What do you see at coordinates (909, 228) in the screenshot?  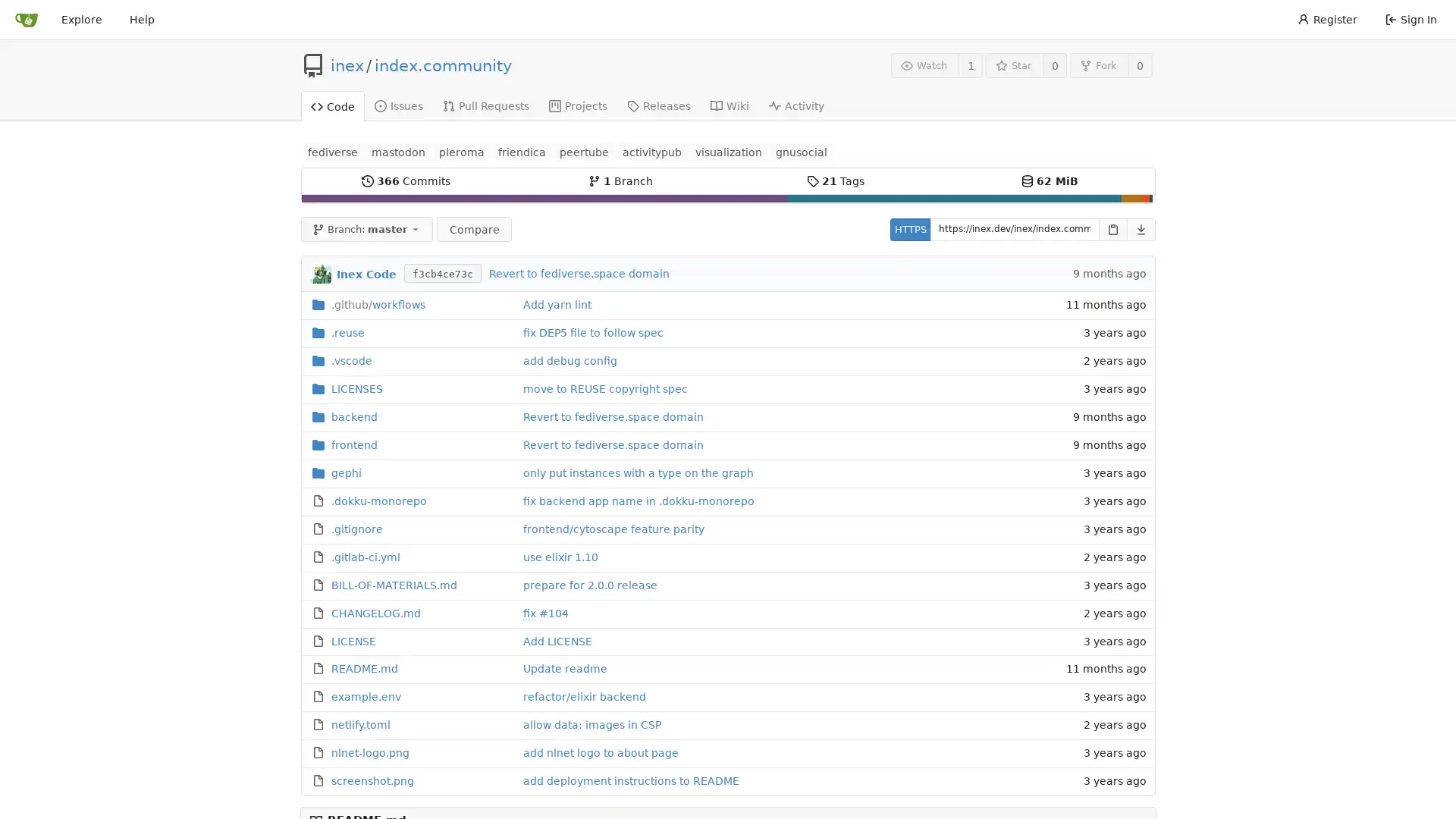 I see `HTTPS` at bounding box center [909, 228].